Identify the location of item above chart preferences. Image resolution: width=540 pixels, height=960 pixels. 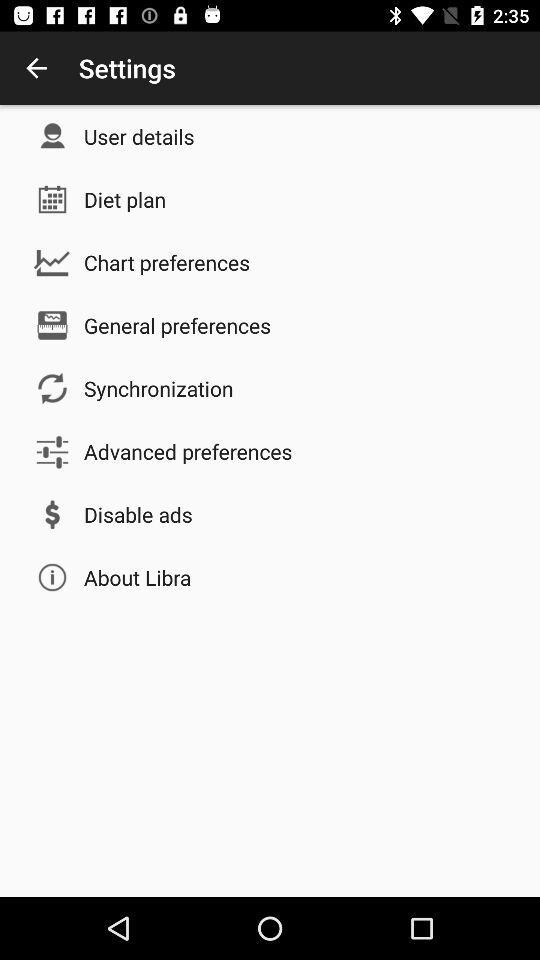
(125, 199).